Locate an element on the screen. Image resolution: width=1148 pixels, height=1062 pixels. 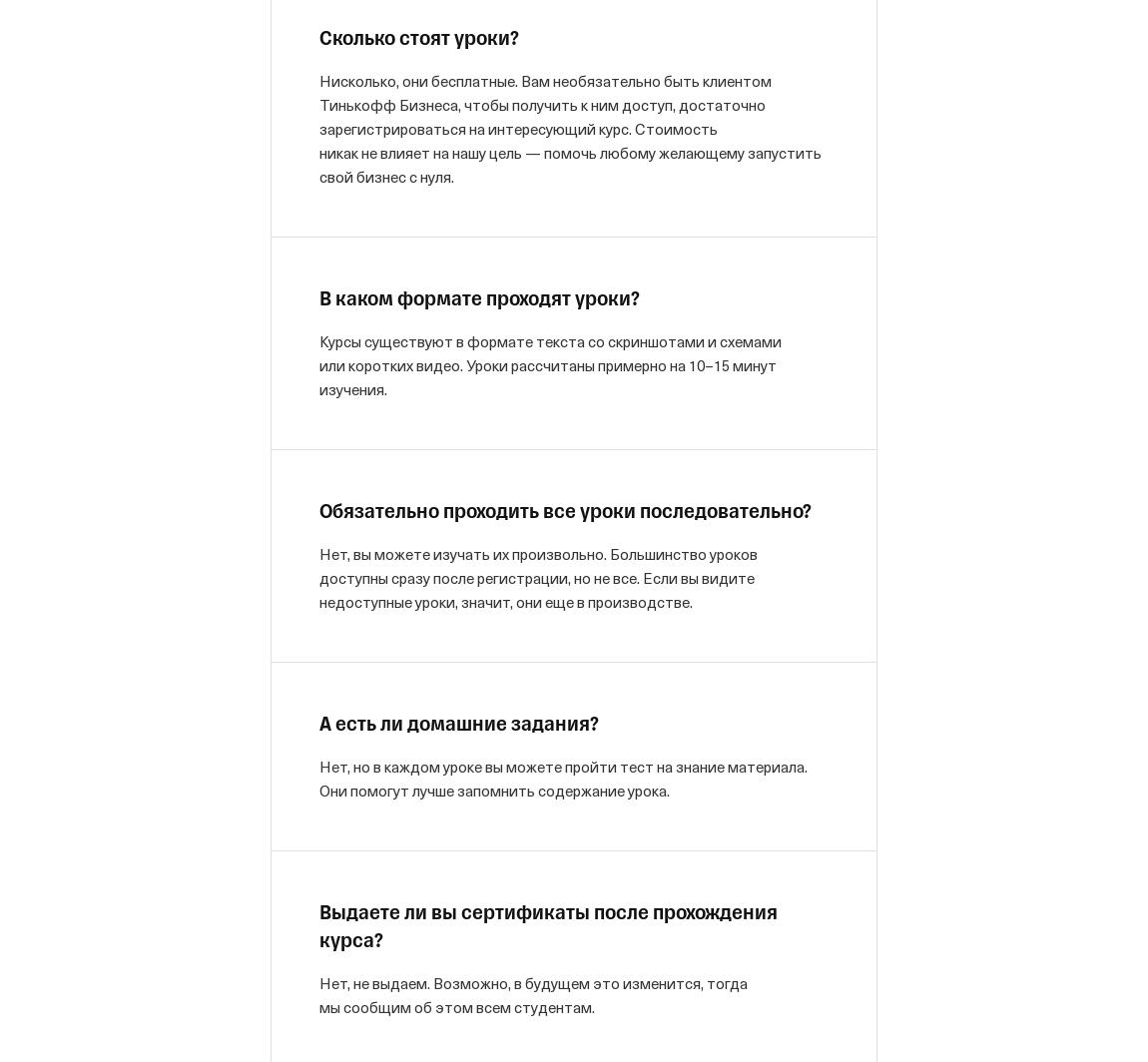
'В каком формате проходят уроки?' is located at coordinates (479, 299).